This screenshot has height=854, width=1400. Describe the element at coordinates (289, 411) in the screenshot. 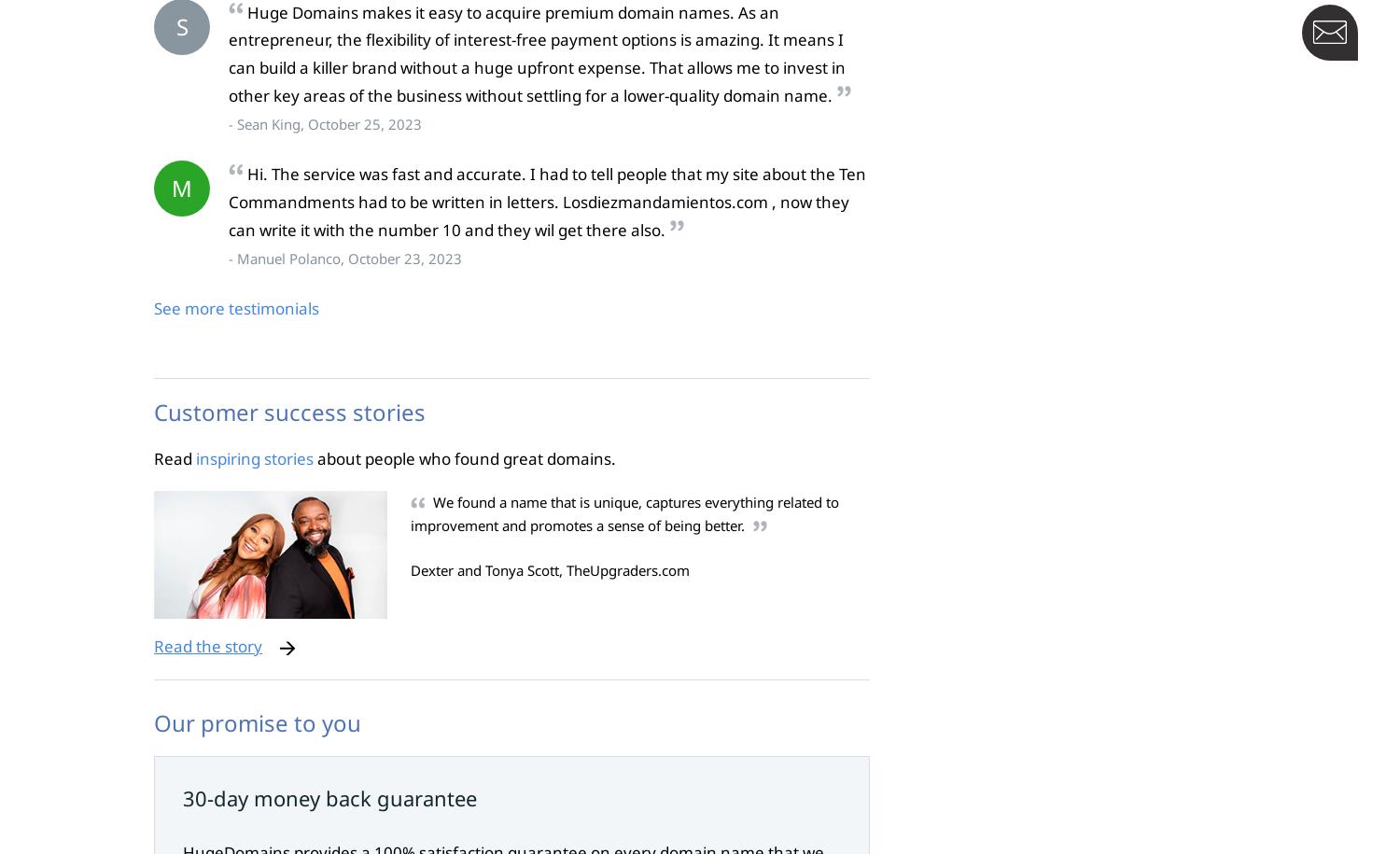

I see `'Customer success stories'` at that location.